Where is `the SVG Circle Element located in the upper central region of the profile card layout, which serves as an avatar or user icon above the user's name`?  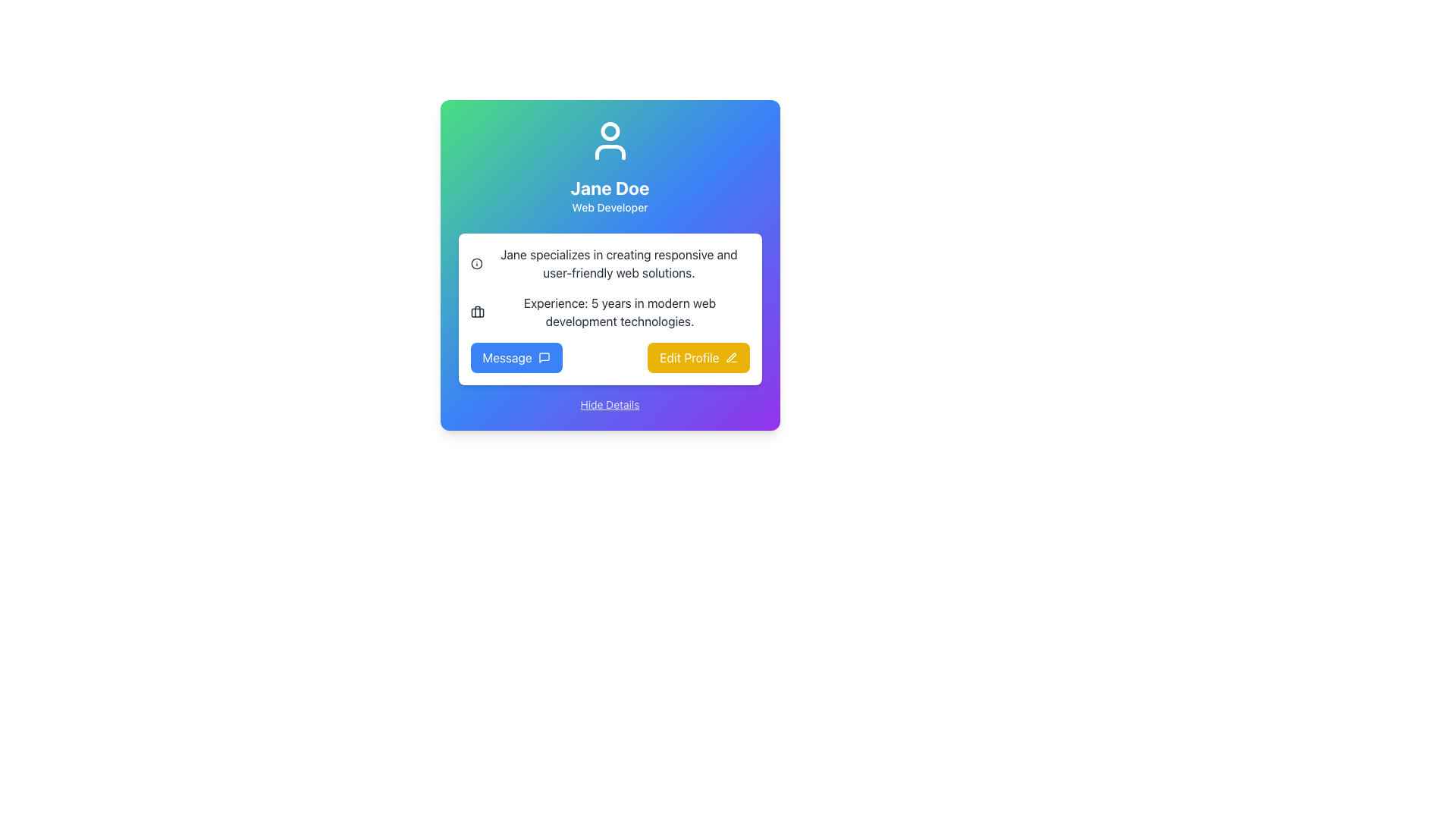
the SVG Circle Element located in the upper central region of the profile card layout, which serves as an avatar or user icon above the user's name is located at coordinates (610, 130).